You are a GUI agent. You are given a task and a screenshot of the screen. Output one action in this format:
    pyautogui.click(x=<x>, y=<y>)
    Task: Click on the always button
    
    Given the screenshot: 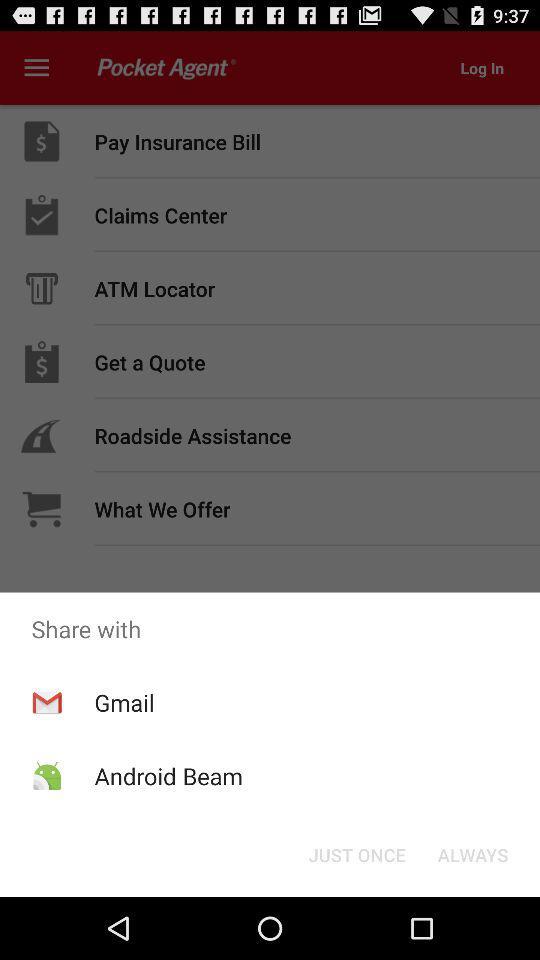 What is the action you would take?
    pyautogui.click(x=472, y=853)
    